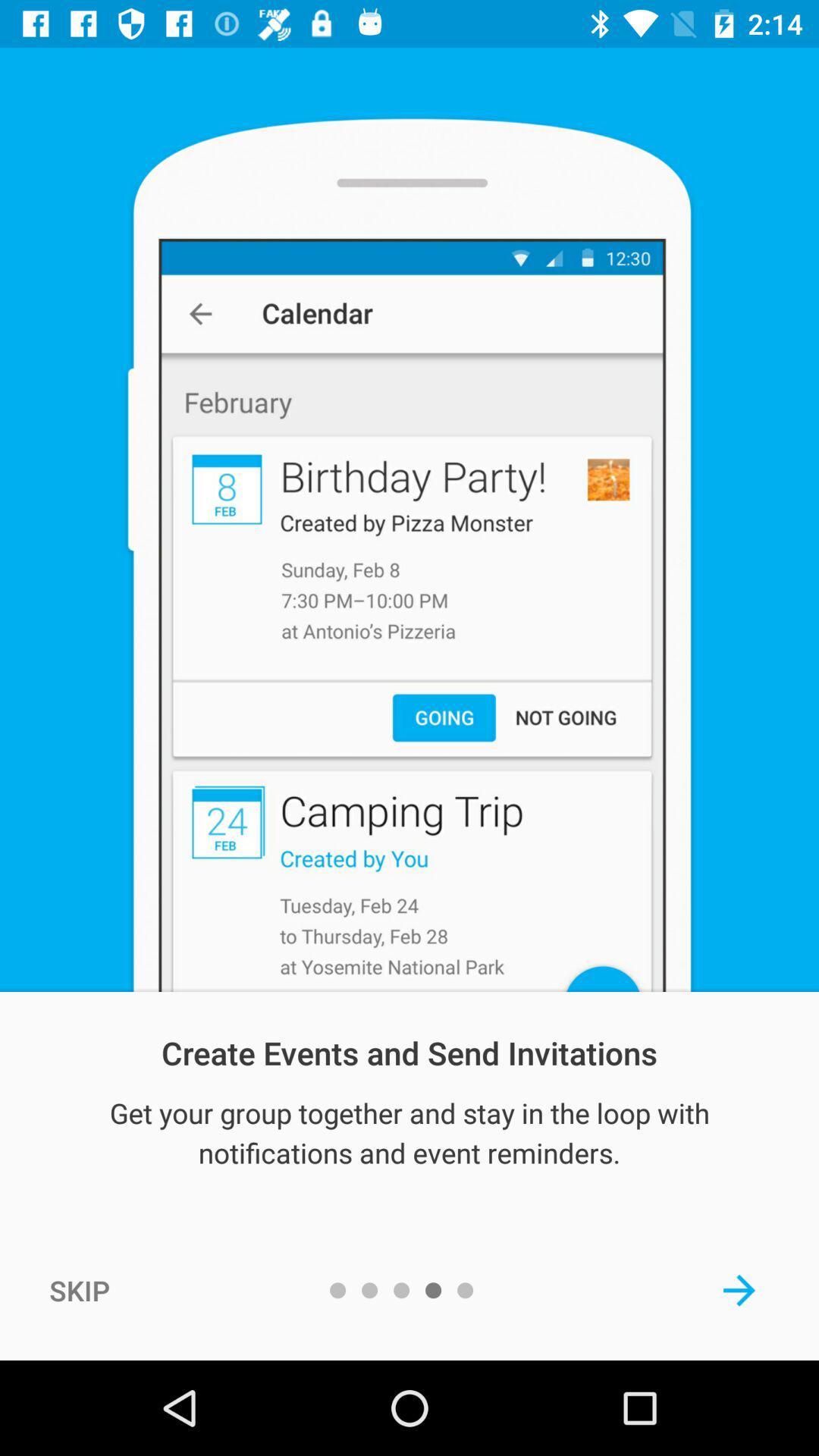 The width and height of the screenshot is (819, 1456). What do you see at coordinates (739, 1289) in the screenshot?
I see `previous` at bounding box center [739, 1289].